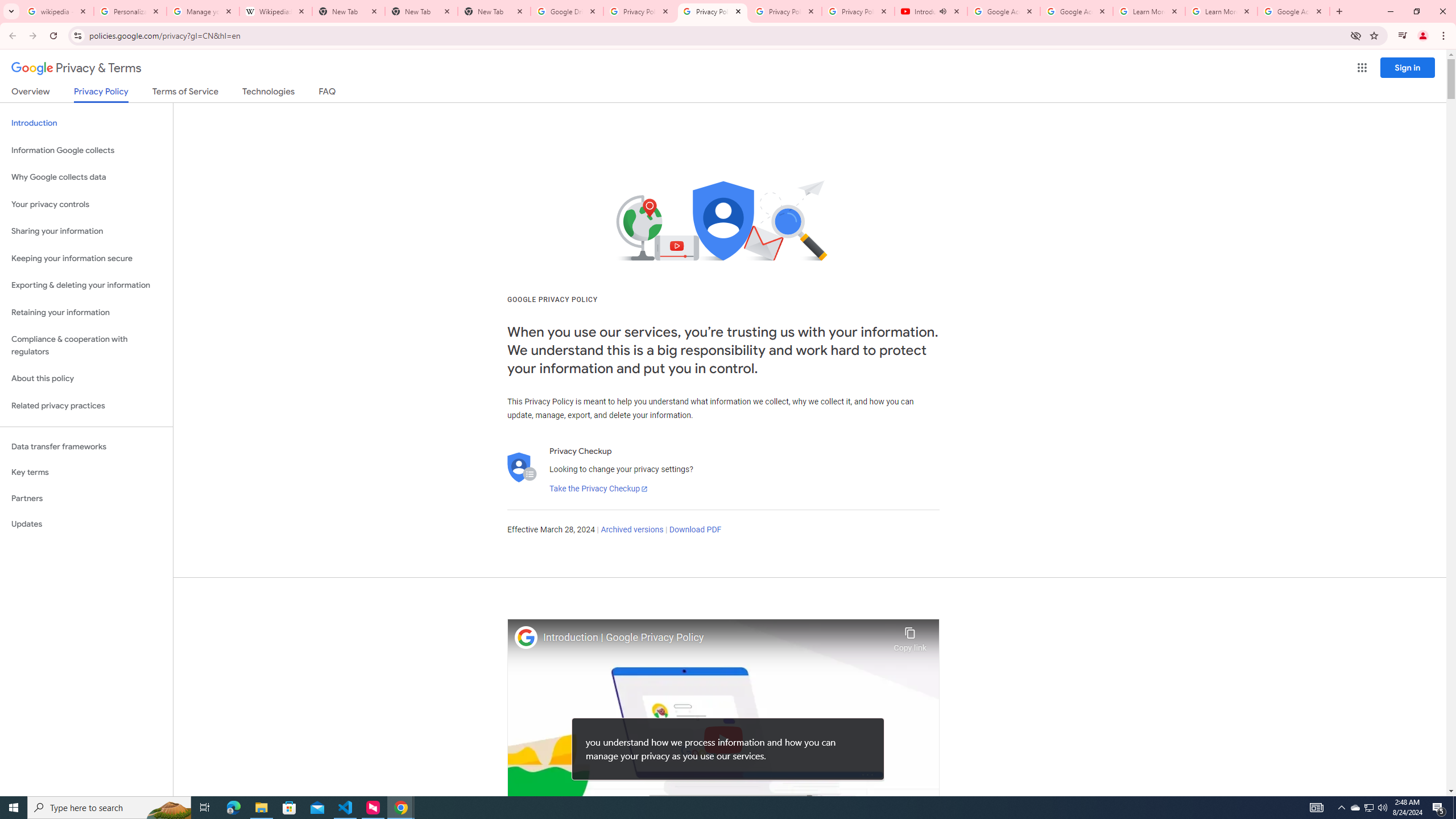  Describe the element at coordinates (909, 636) in the screenshot. I see `'Copy link'` at that location.